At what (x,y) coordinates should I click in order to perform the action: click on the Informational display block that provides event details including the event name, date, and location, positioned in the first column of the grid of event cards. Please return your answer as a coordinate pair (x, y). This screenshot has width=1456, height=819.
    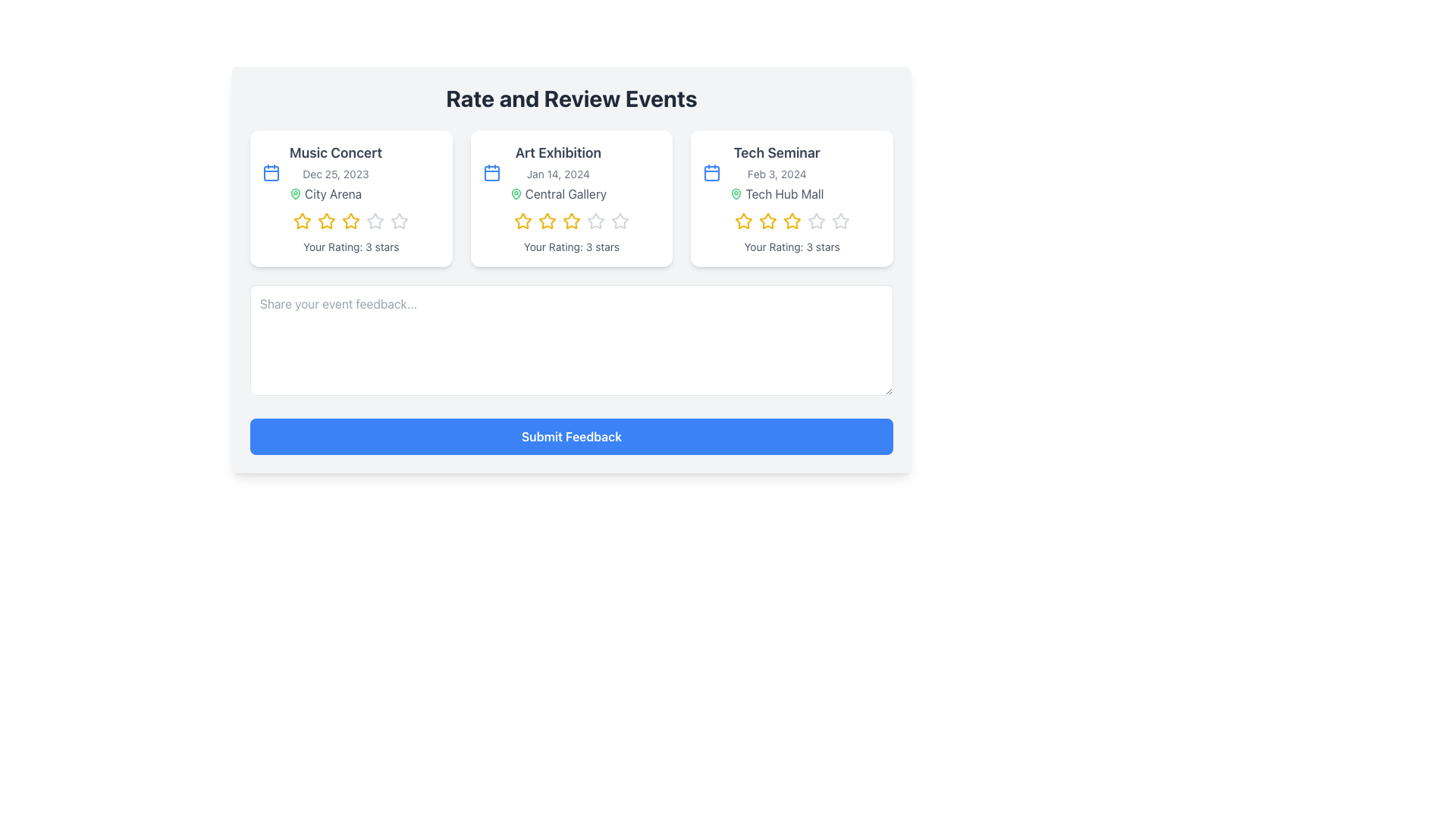
    Looking at the image, I should click on (350, 171).